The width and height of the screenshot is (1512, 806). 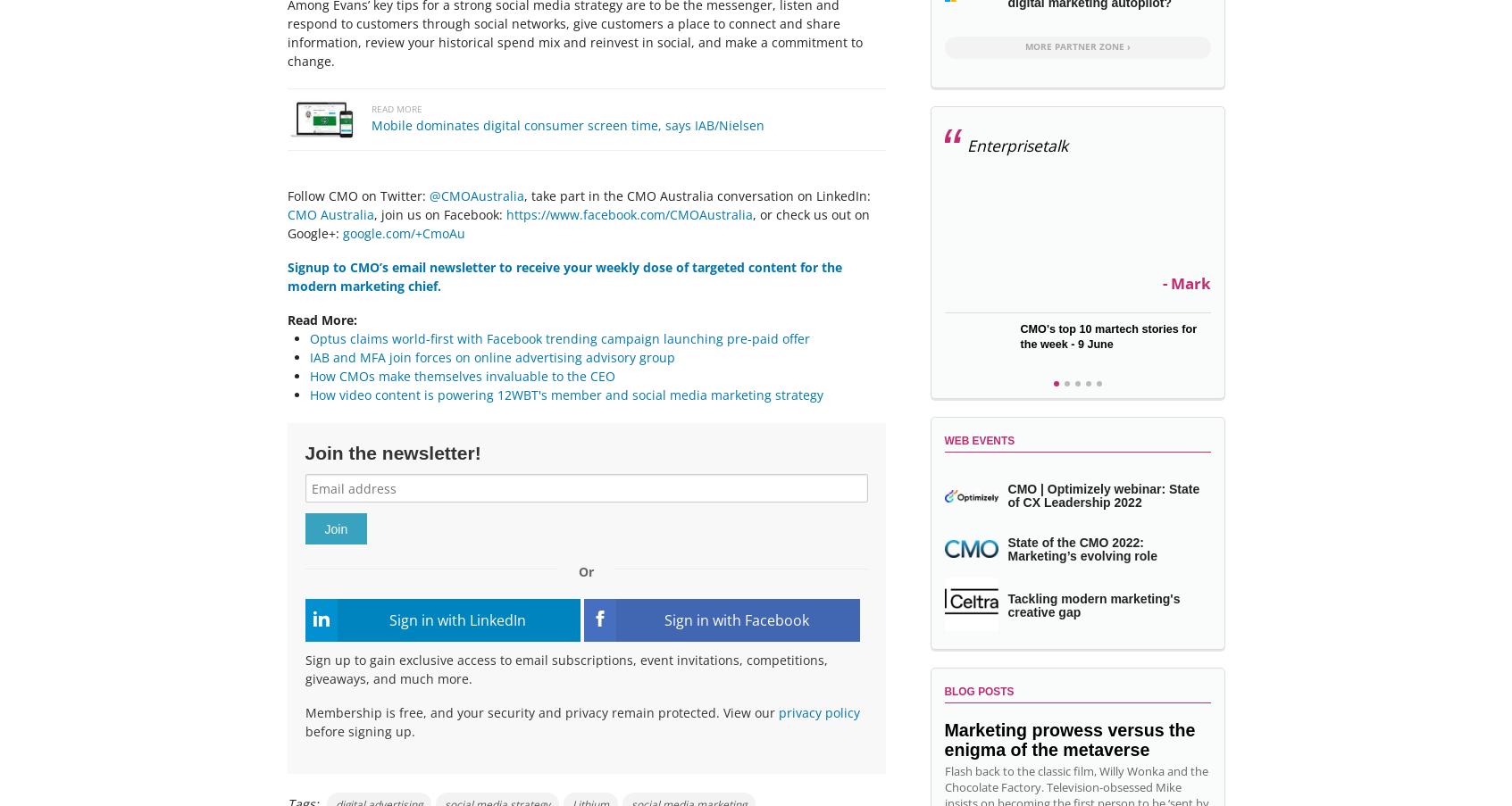 I want to click on 'Or', so click(x=585, y=571).